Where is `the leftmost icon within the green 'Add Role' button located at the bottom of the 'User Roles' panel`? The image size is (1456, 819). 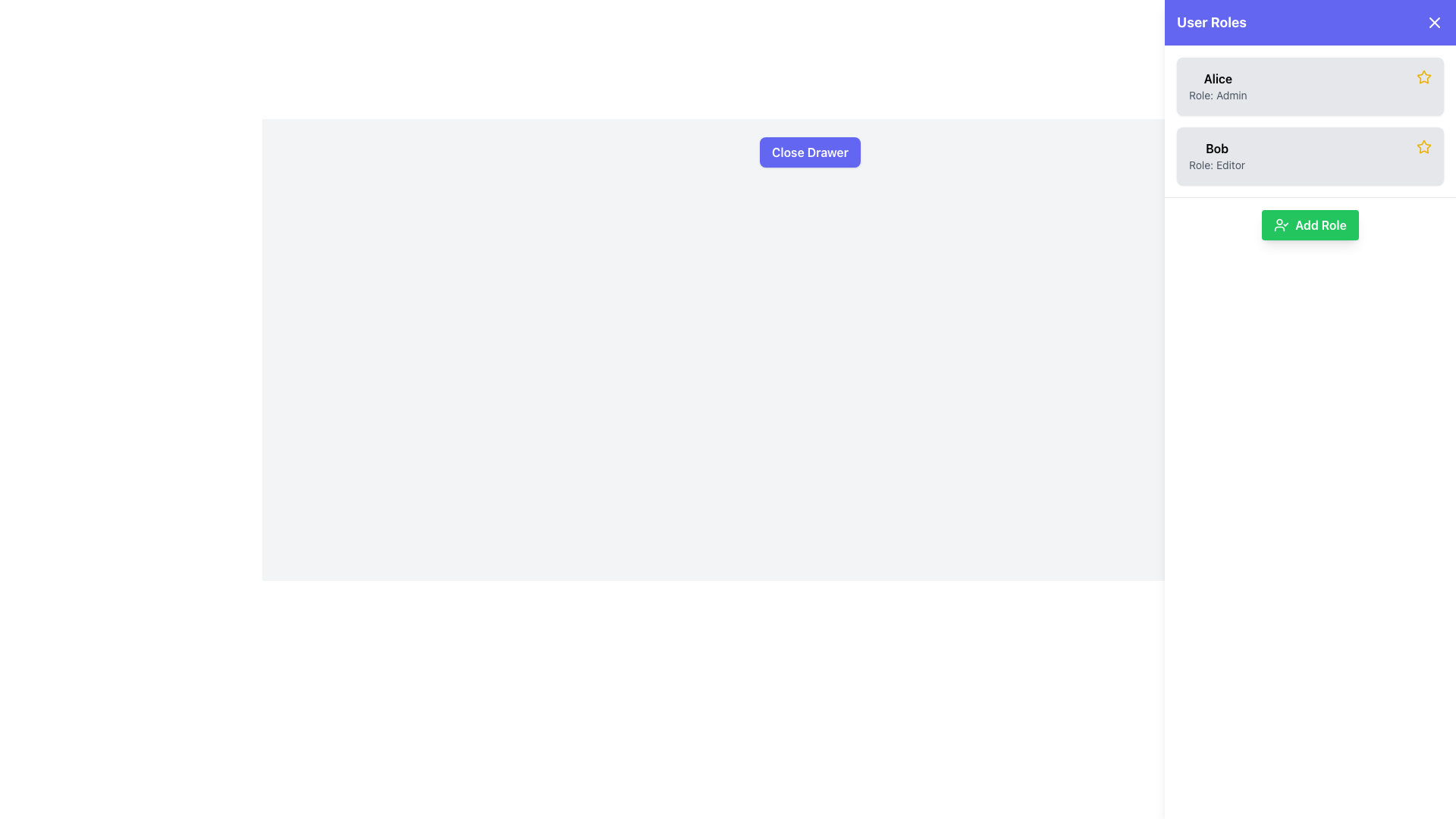 the leftmost icon within the green 'Add Role' button located at the bottom of the 'User Roles' panel is located at coordinates (1280, 225).